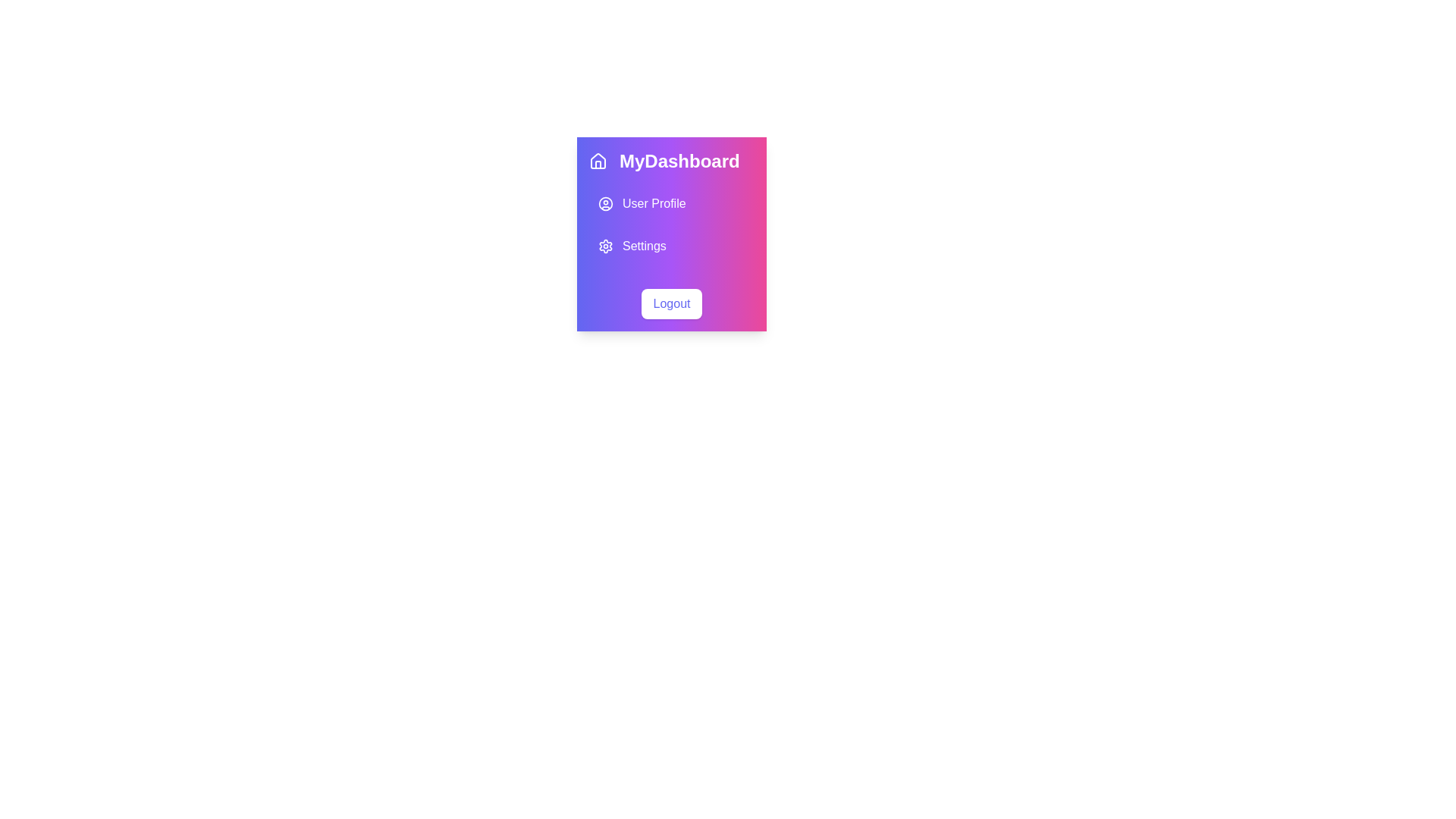 Image resolution: width=1456 pixels, height=819 pixels. Describe the element at coordinates (604, 203) in the screenshot. I see `the circular user profile icon located to the left of the 'User Profile' text, above 'Settings' and below 'MyDashboard'` at that location.